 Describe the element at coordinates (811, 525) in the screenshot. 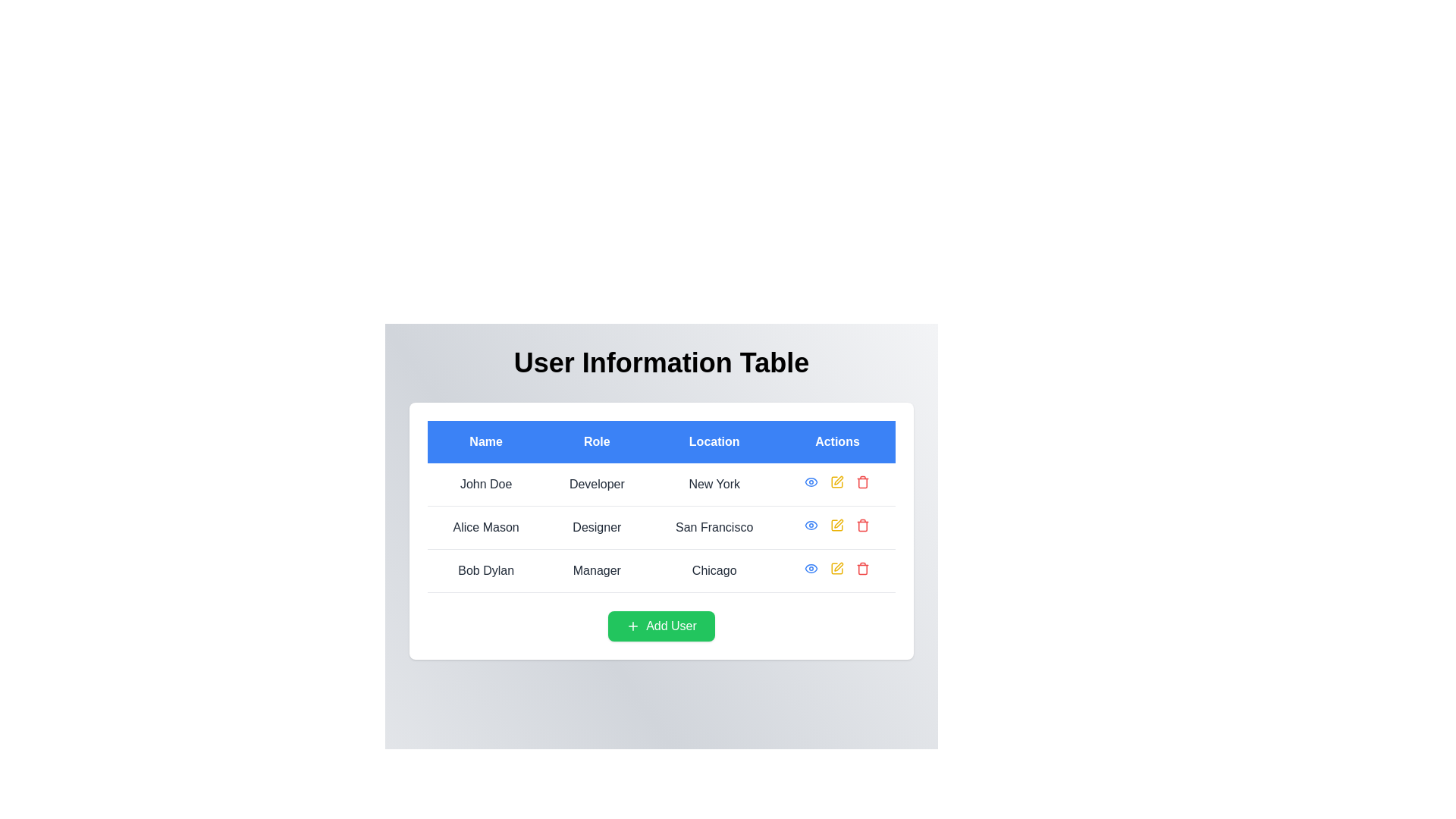

I see `the Icon button in the 'Actions' column of the second row of the user information table to change its color to a darker blue` at that location.